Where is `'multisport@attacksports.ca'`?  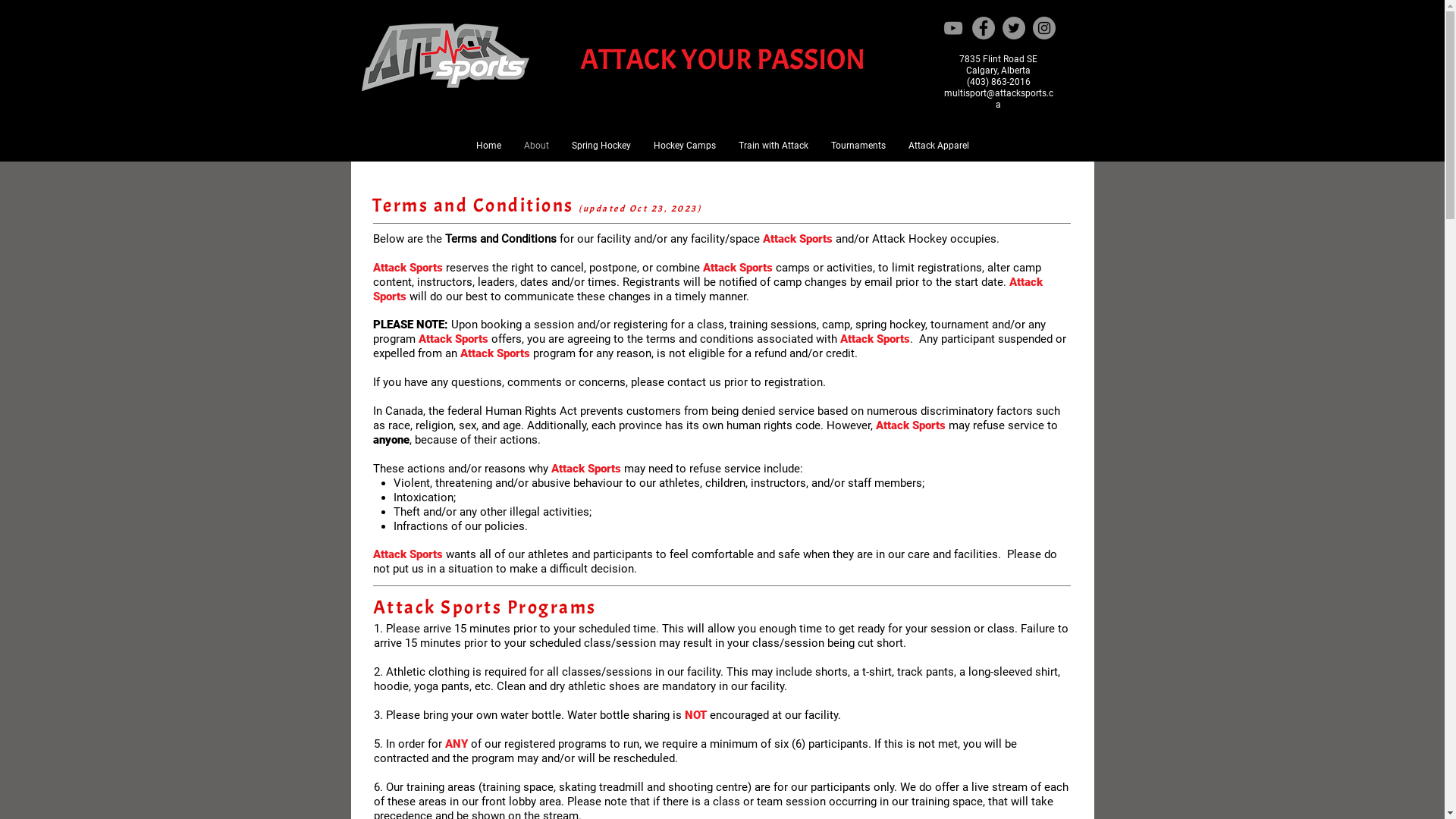 'multisport@attacksports.ca' is located at coordinates (942, 99).